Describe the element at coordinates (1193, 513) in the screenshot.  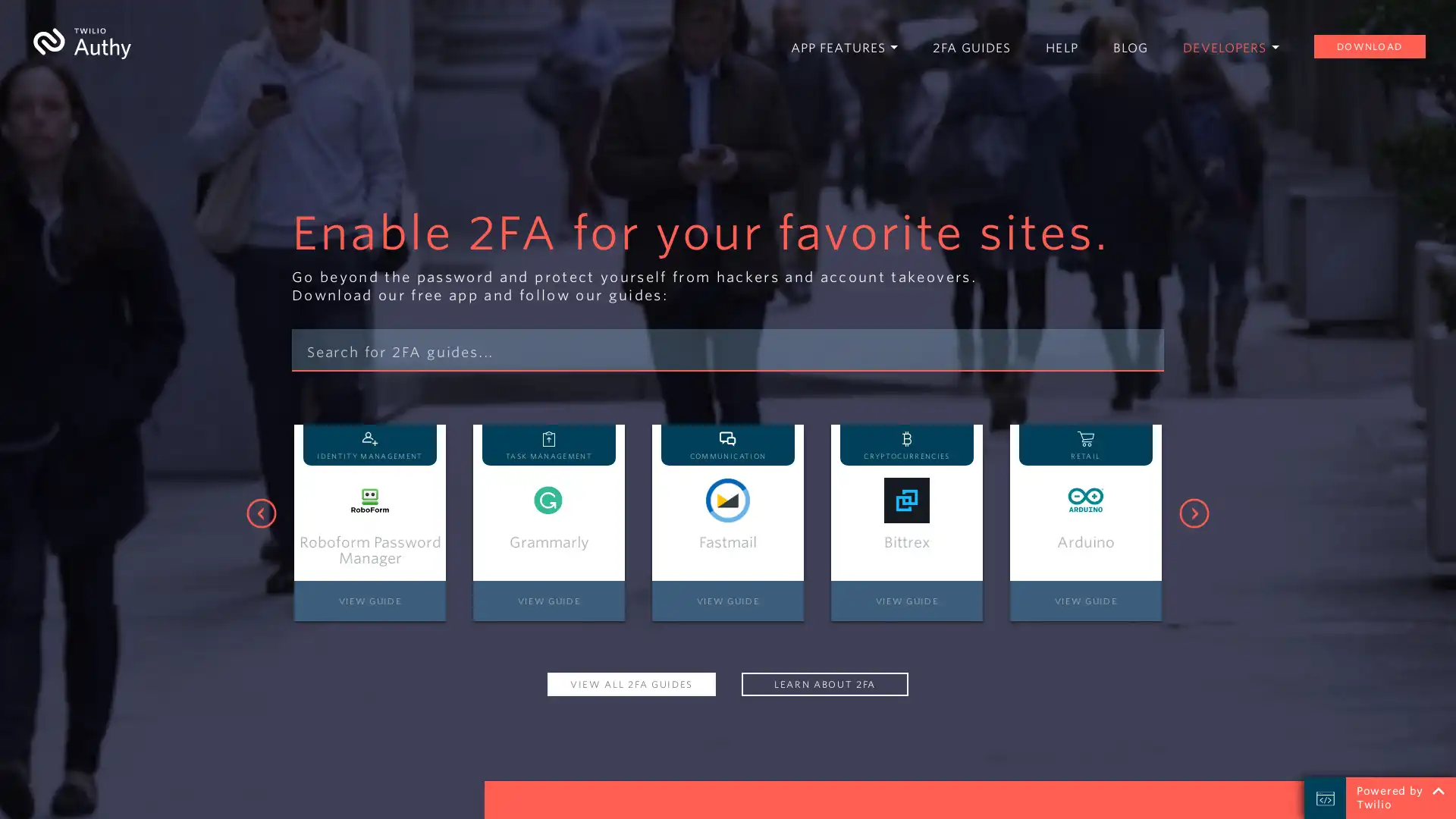
I see `Next` at that location.